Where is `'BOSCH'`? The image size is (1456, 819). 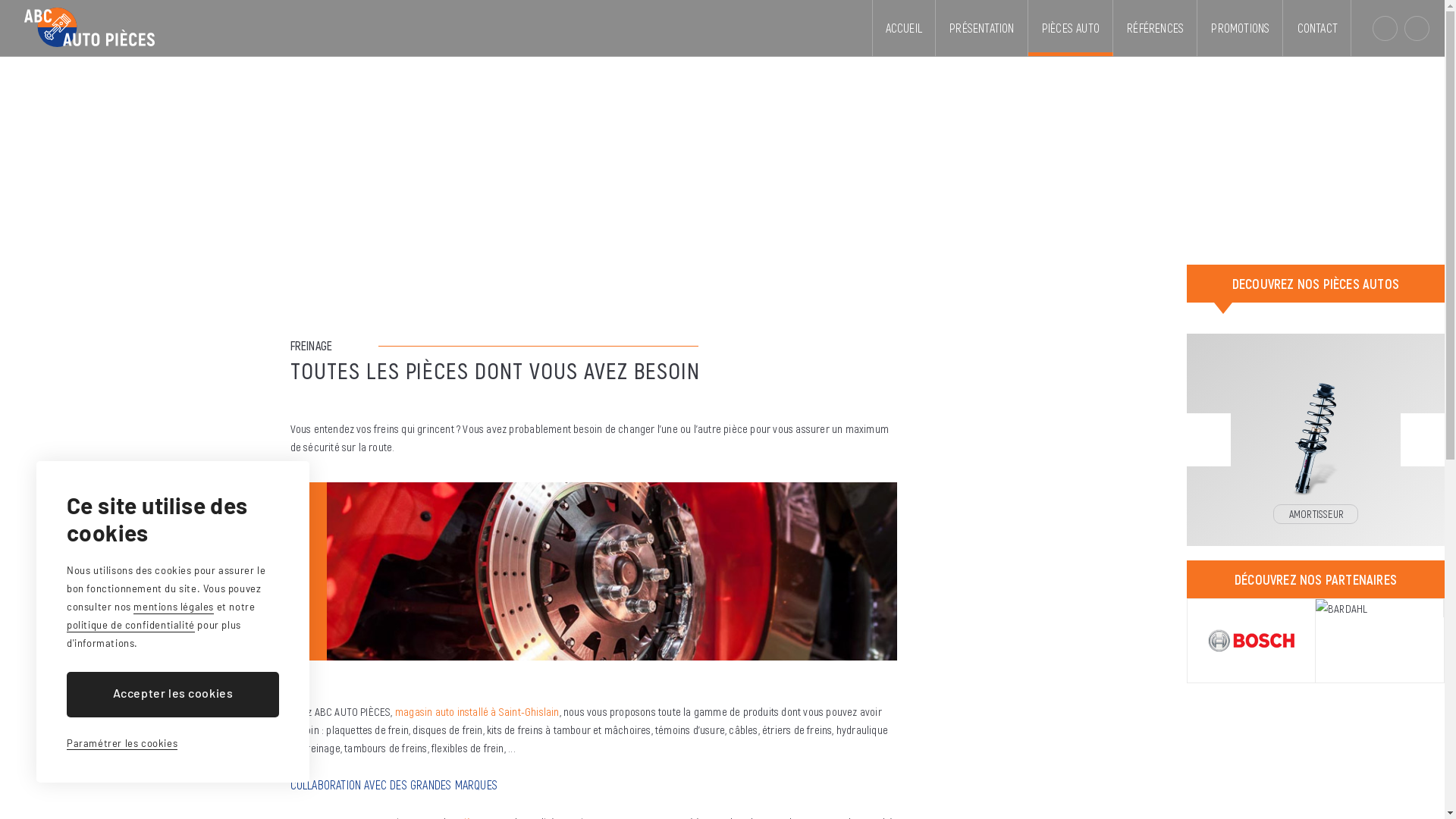
'BOSCH' is located at coordinates (1251, 640).